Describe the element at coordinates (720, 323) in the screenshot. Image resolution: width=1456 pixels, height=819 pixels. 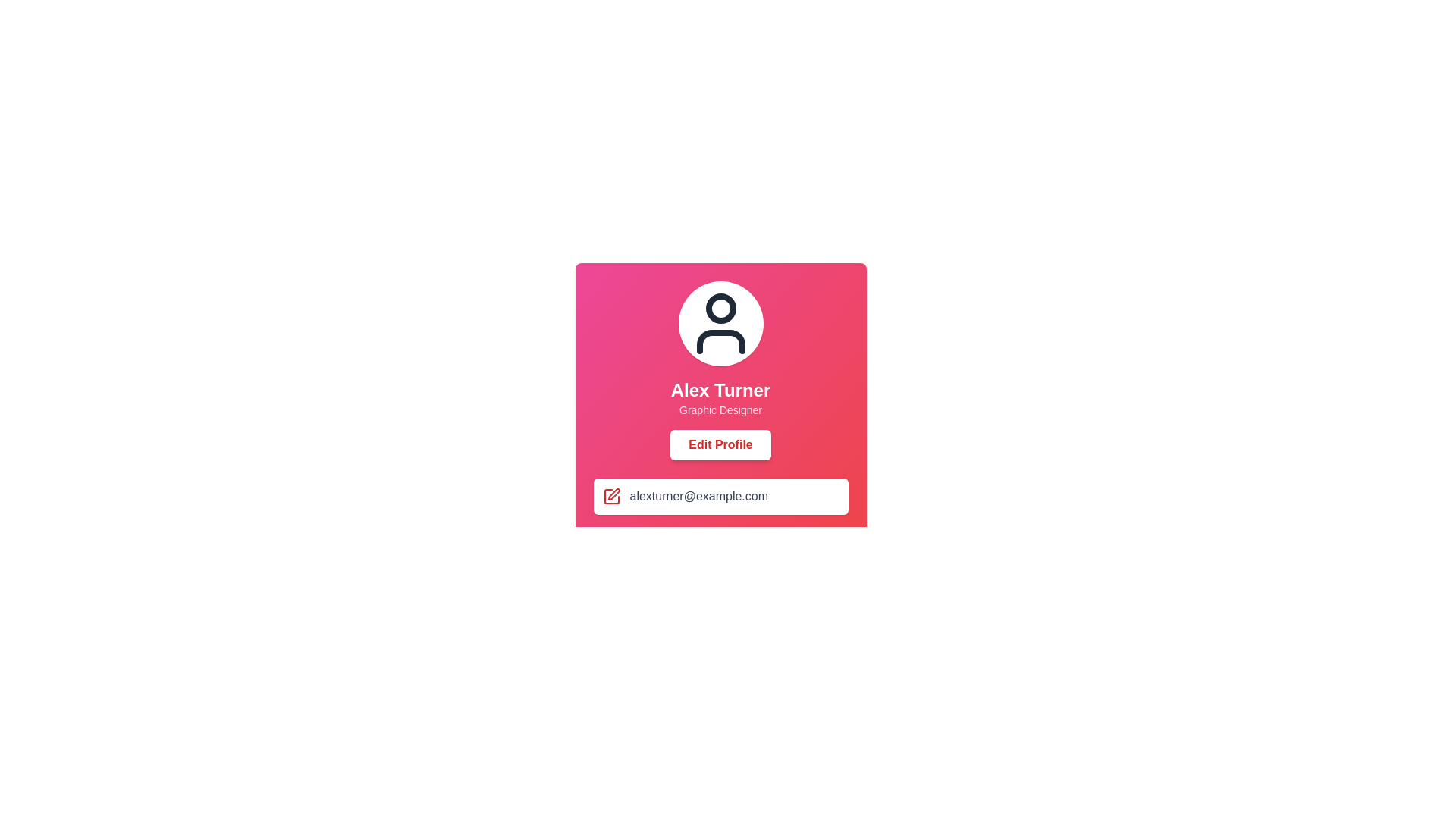
I see `the user profile icon located at the top of the profile card, which visually represents the user's profile section` at that location.